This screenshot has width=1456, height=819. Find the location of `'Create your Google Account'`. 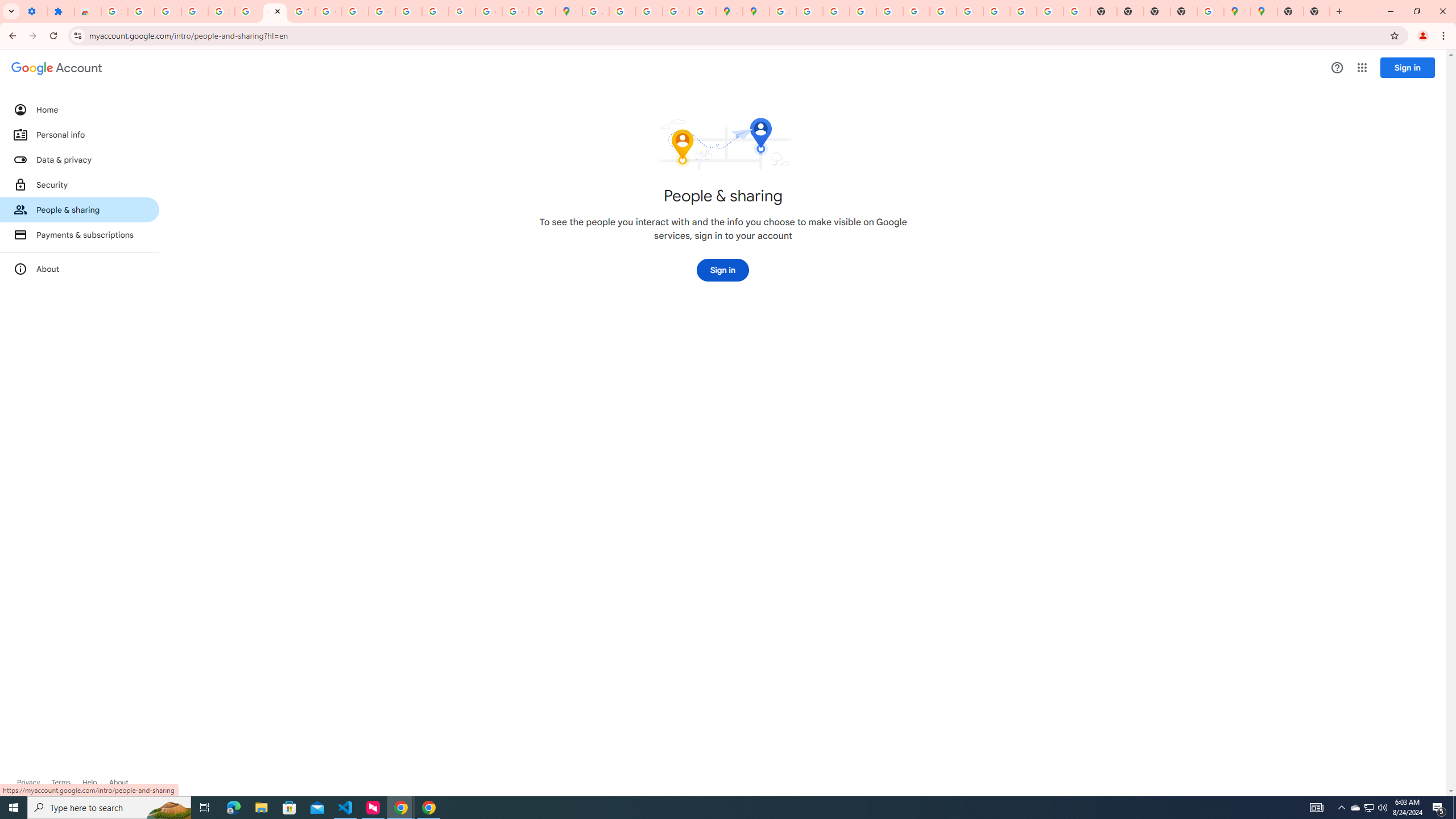

'Create your Google Account' is located at coordinates (649, 11).